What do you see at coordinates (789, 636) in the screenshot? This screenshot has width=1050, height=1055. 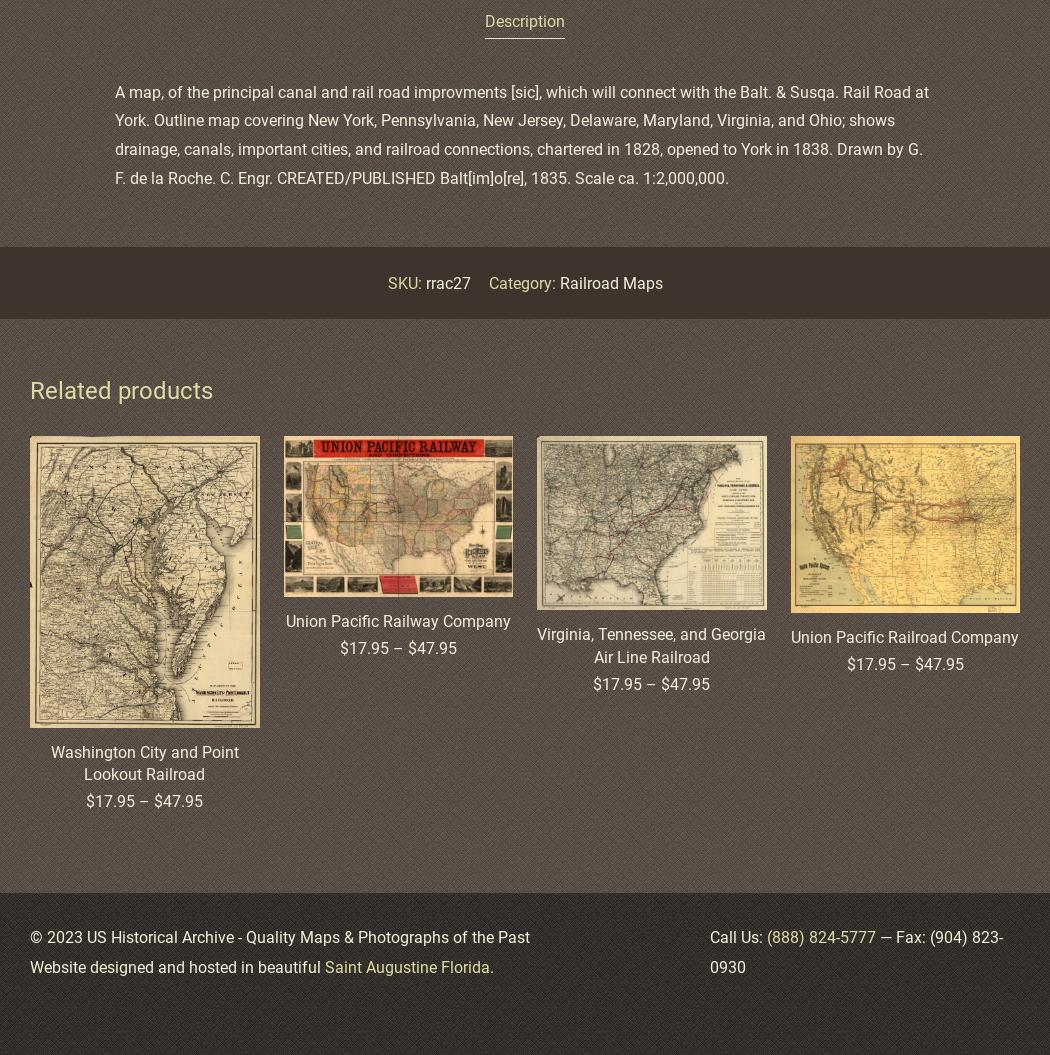 I see `'Union Pacific Railroad Company'` at bounding box center [789, 636].